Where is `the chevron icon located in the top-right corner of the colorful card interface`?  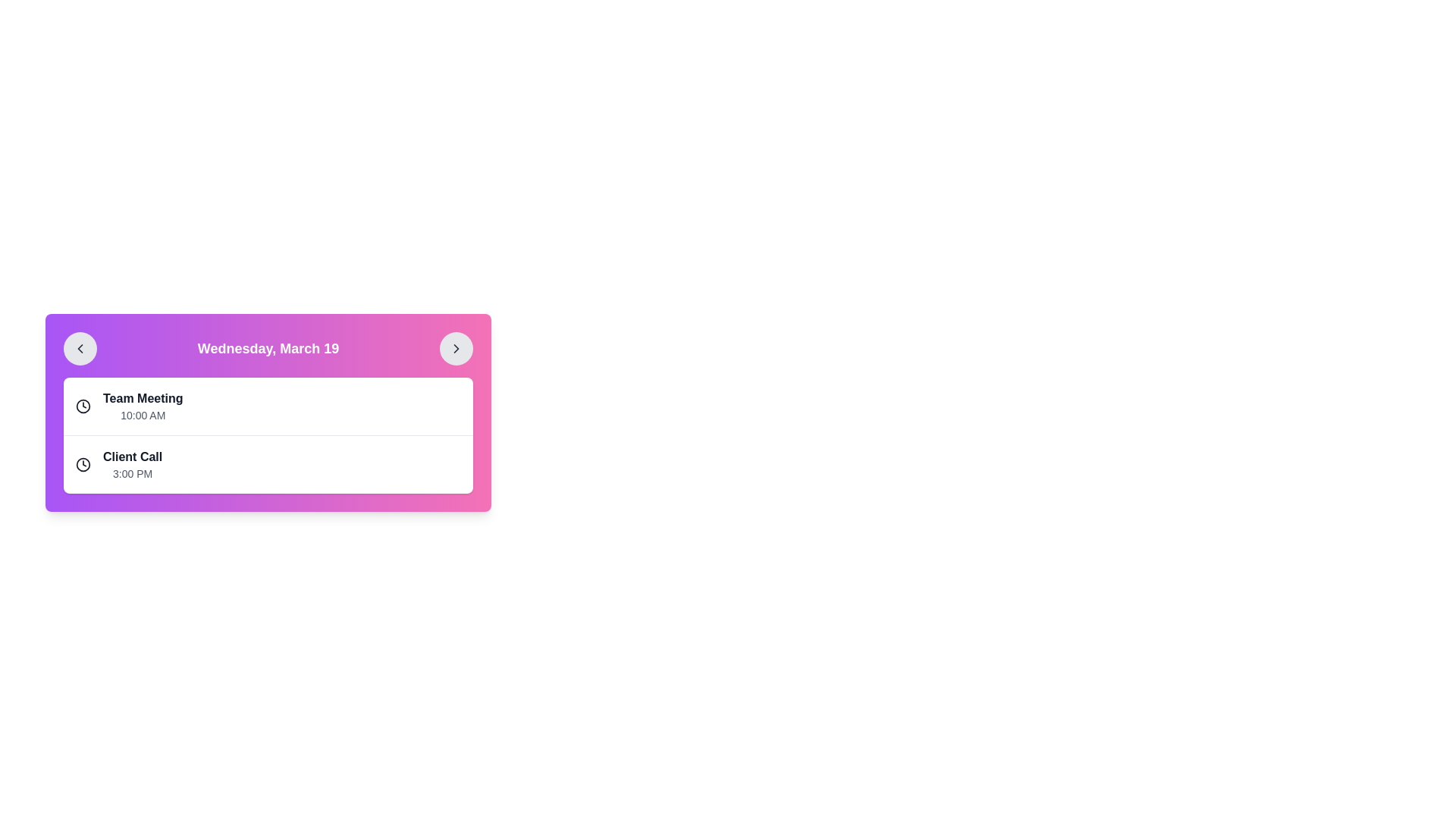
the chevron icon located in the top-right corner of the colorful card interface is located at coordinates (455, 348).